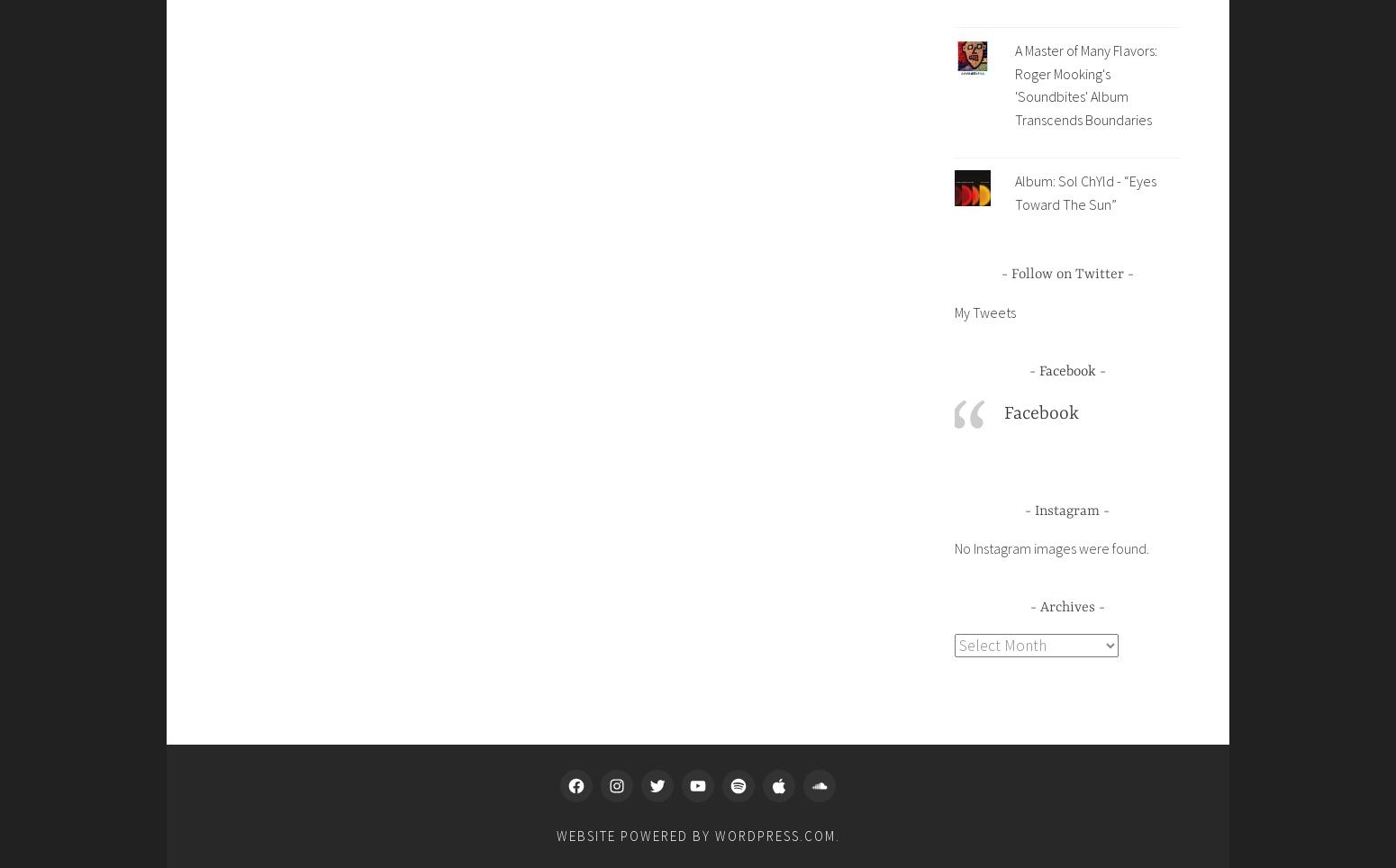 This screenshot has height=868, width=1396. I want to click on 'Instagram', so click(1034, 510).